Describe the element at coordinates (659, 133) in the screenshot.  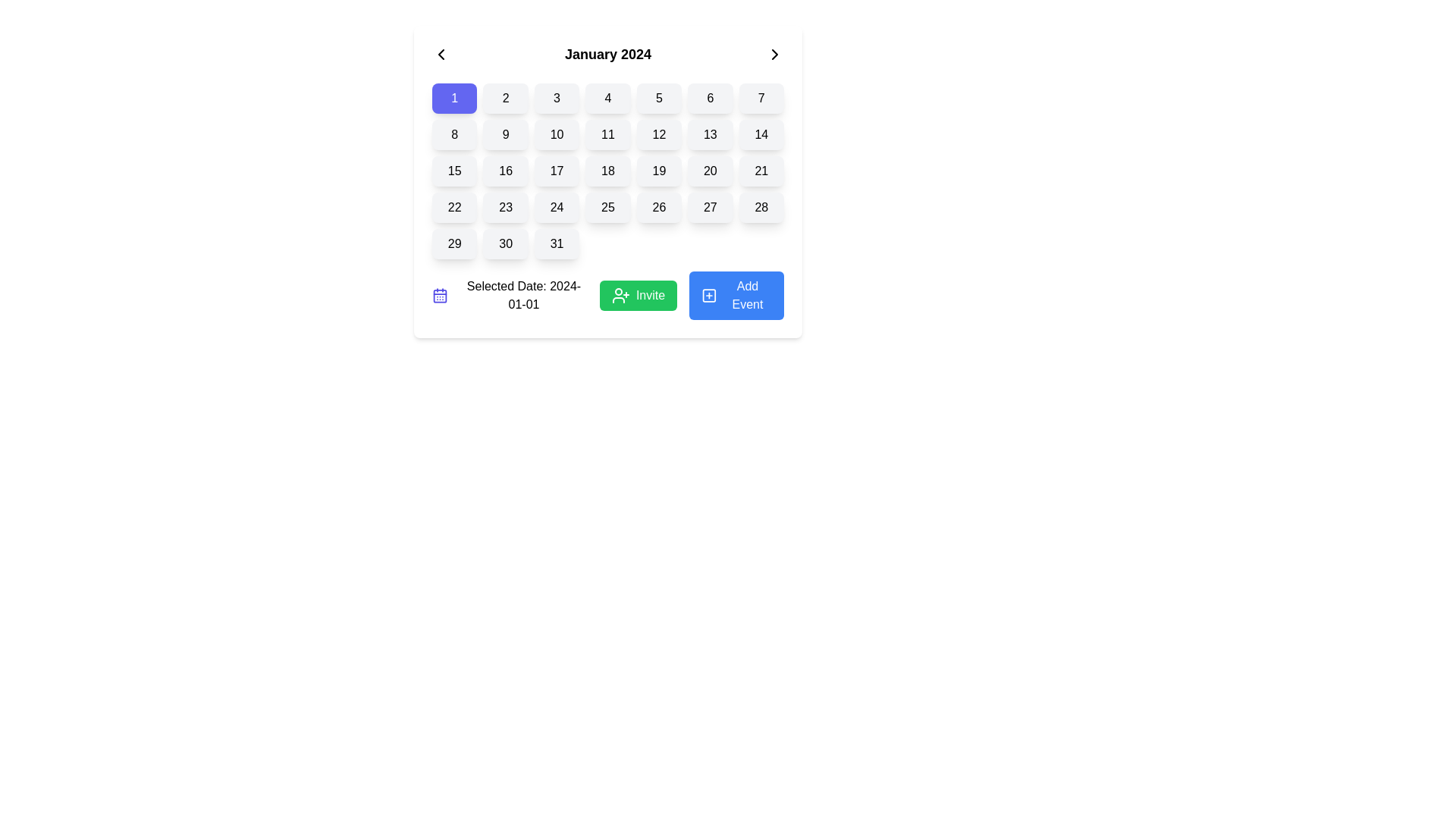
I see `the button displaying the number '12' in the calendar grid layout` at that location.